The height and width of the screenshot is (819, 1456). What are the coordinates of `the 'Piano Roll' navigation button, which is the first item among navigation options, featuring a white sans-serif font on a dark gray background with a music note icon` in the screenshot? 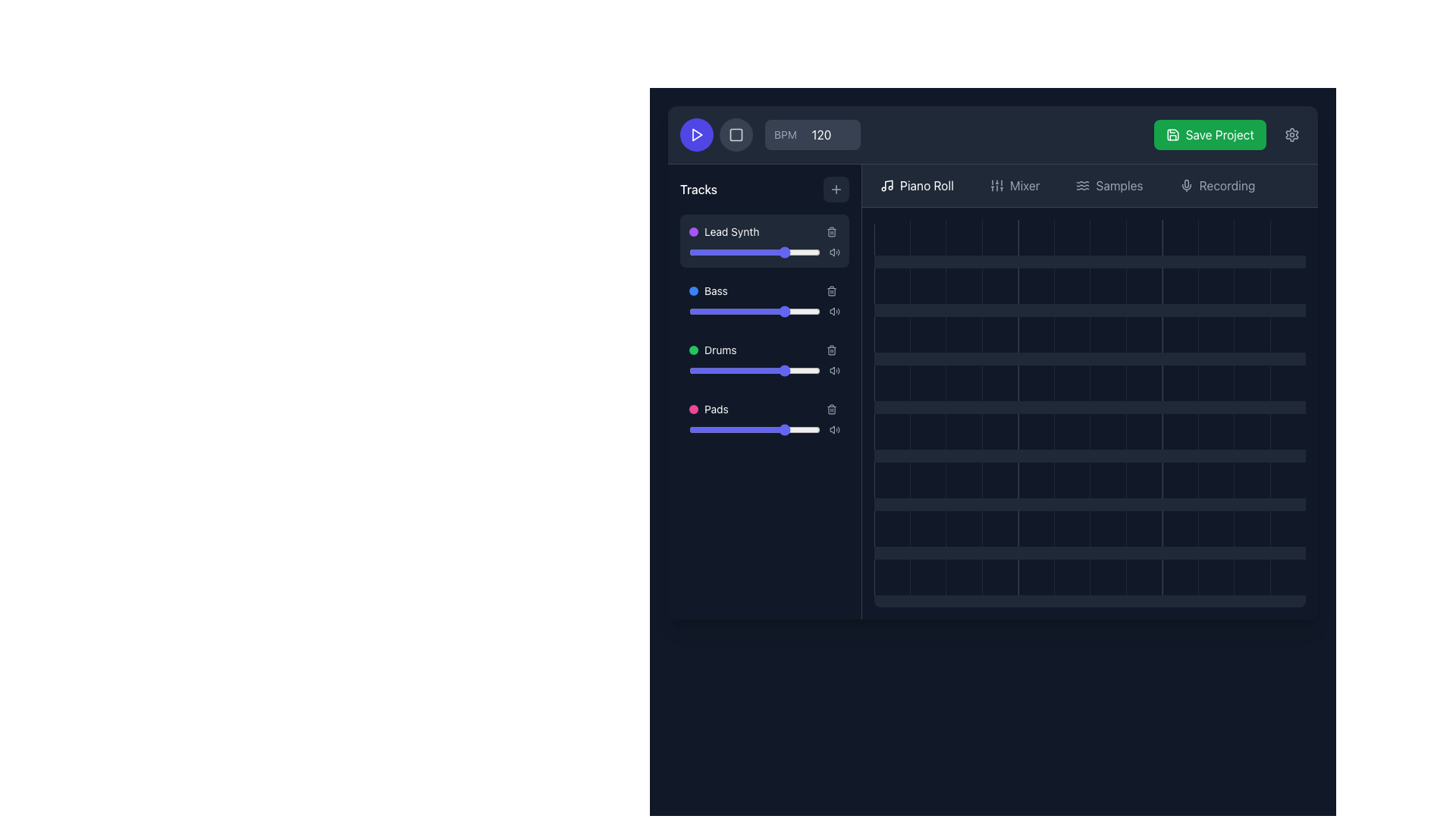 It's located at (916, 185).